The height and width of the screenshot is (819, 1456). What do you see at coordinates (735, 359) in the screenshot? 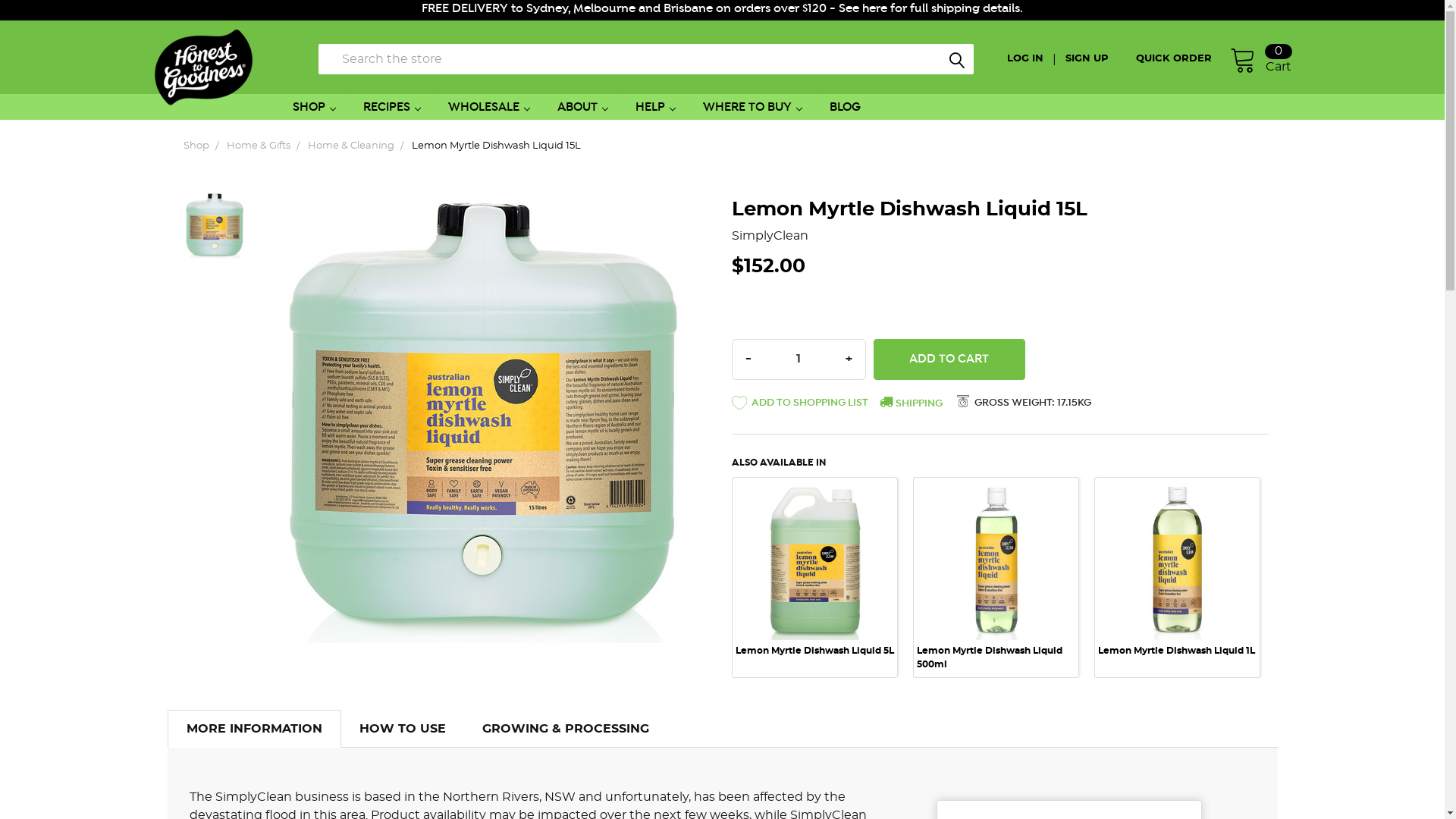
I see `'DECREASE QUANTITY:` at bounding box center [735, 359].